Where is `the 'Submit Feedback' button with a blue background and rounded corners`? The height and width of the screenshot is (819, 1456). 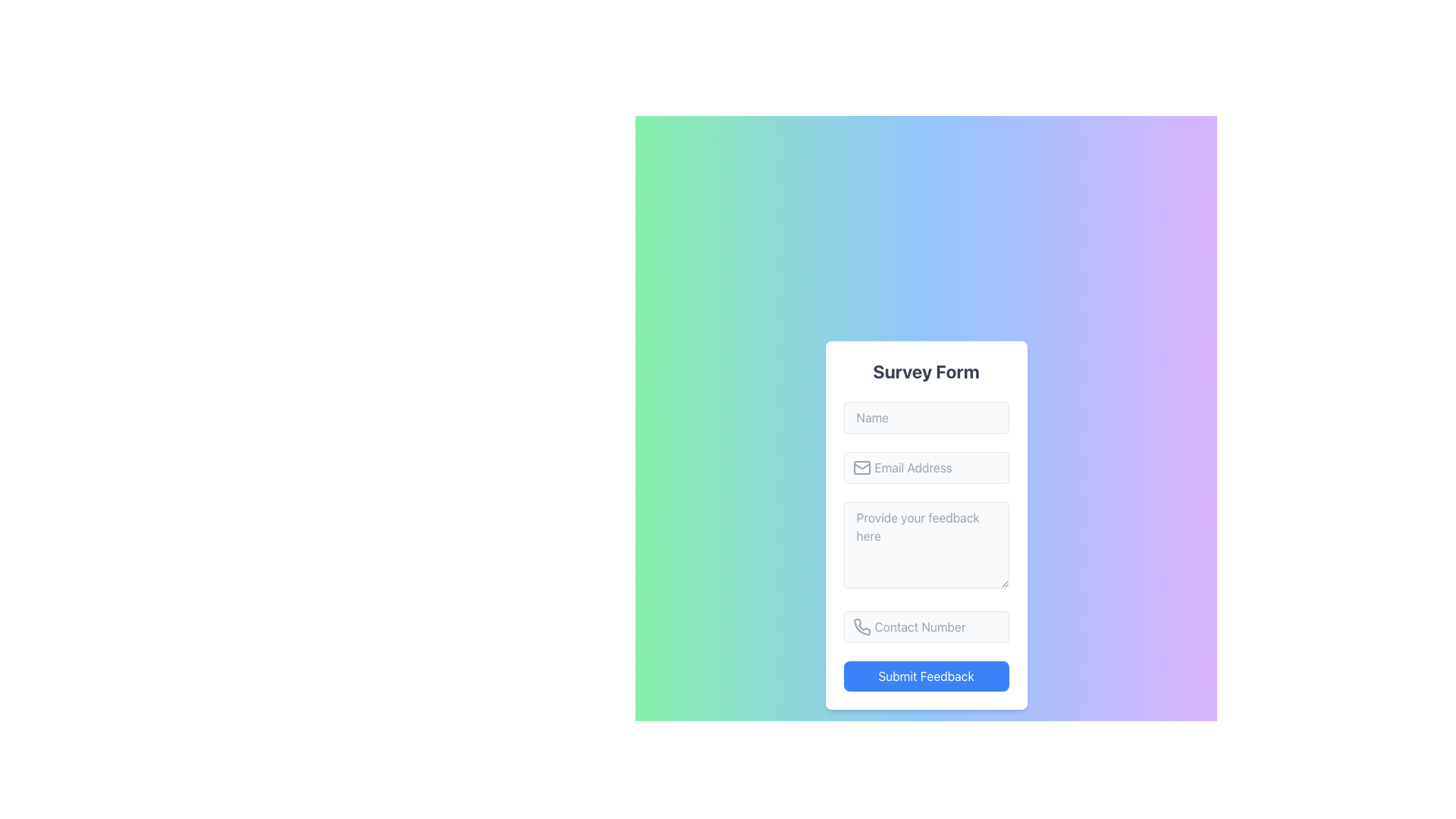
the 'Submit Feedback' button with a blue background and rounded corners is located at coordinates (925, 675).